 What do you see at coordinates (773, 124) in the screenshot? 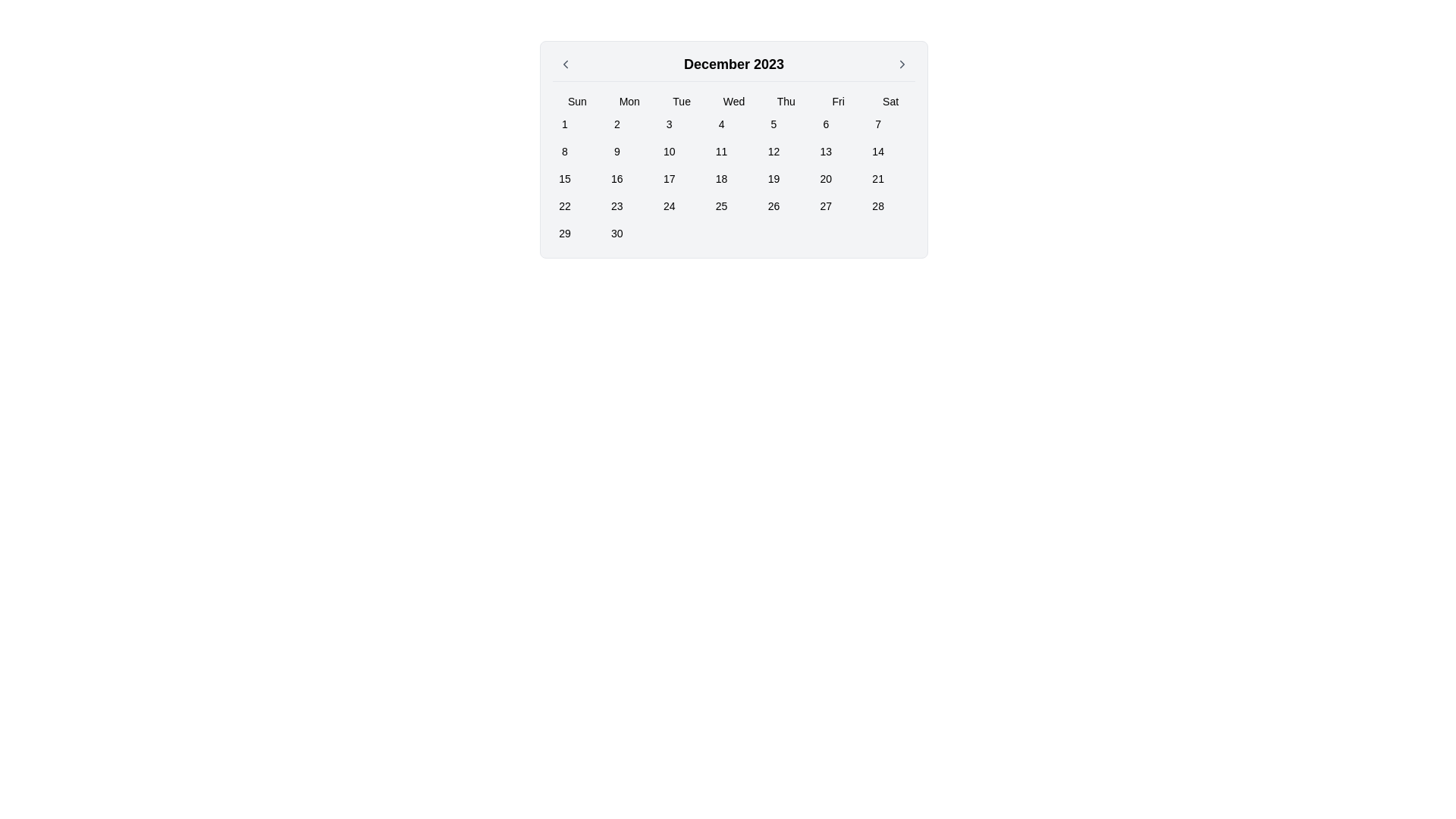
I see `the small square button displaying the number '5' in the calendar grid, located in the first row under 'Thu'` at bounding box center [773, 124].